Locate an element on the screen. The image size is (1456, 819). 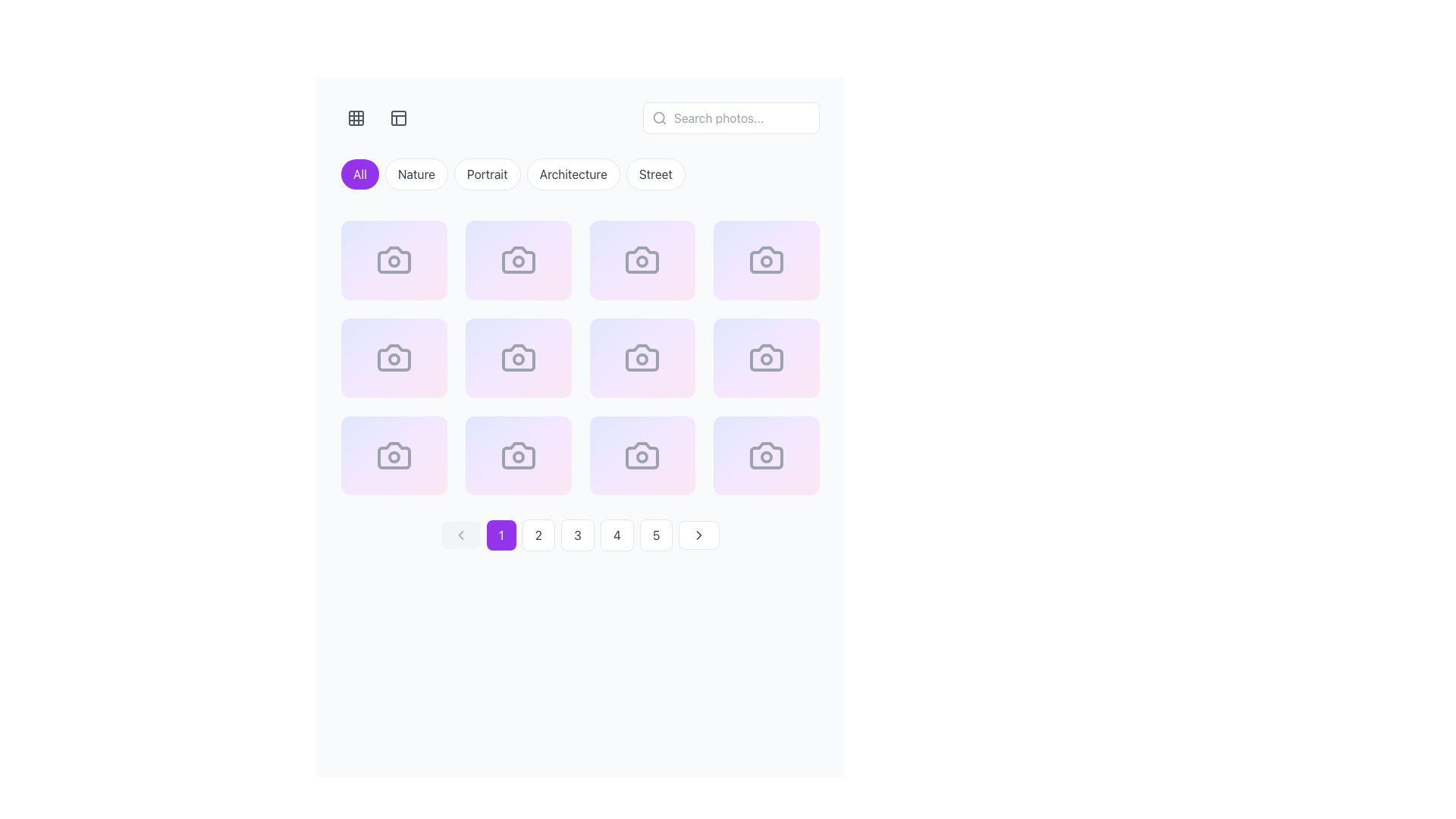
the rightward arrow icon is located at coordinates (698, 535).